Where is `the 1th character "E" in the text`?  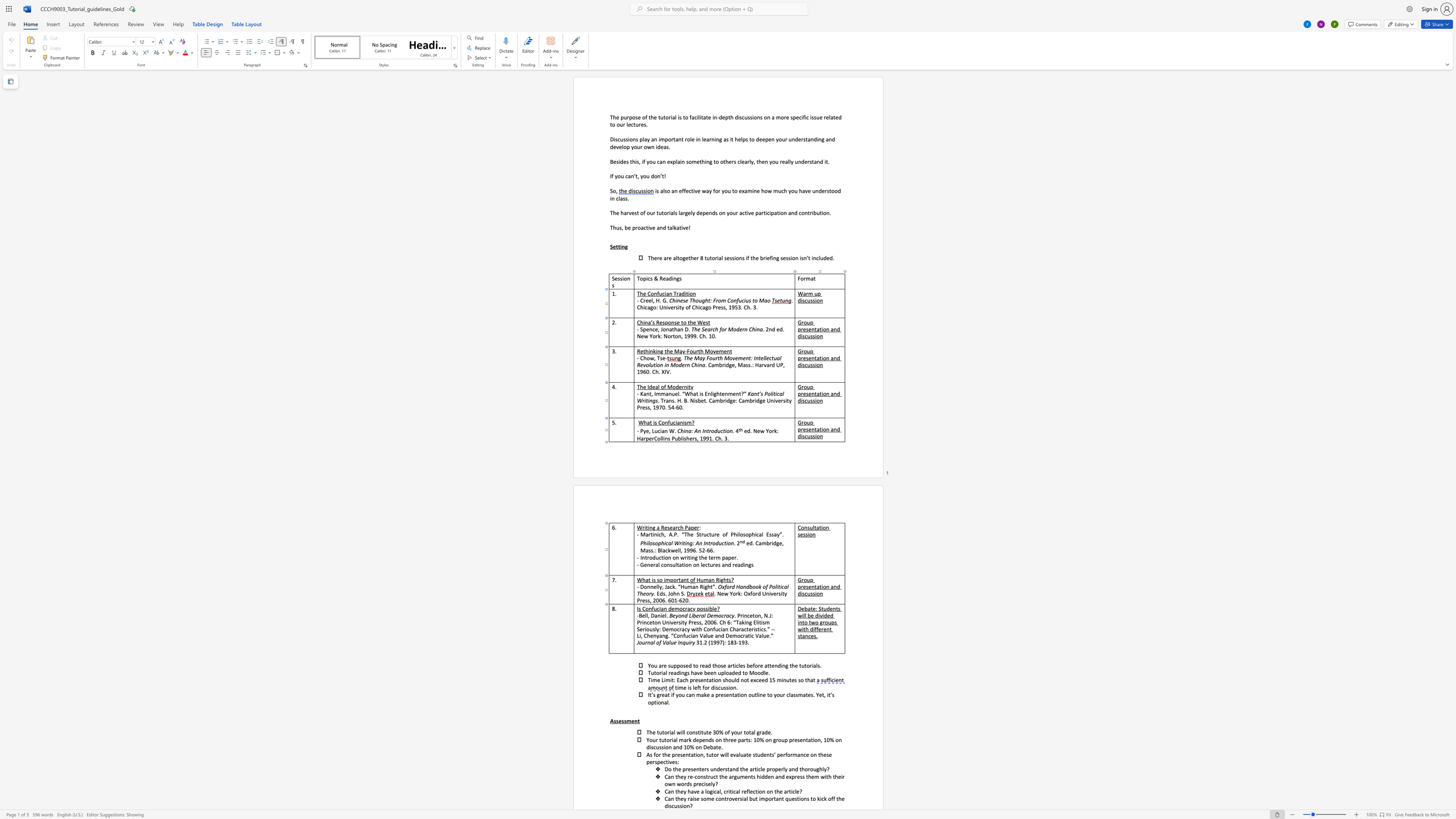
the 1th character "E" in the text is located at coordinates (658, 593).